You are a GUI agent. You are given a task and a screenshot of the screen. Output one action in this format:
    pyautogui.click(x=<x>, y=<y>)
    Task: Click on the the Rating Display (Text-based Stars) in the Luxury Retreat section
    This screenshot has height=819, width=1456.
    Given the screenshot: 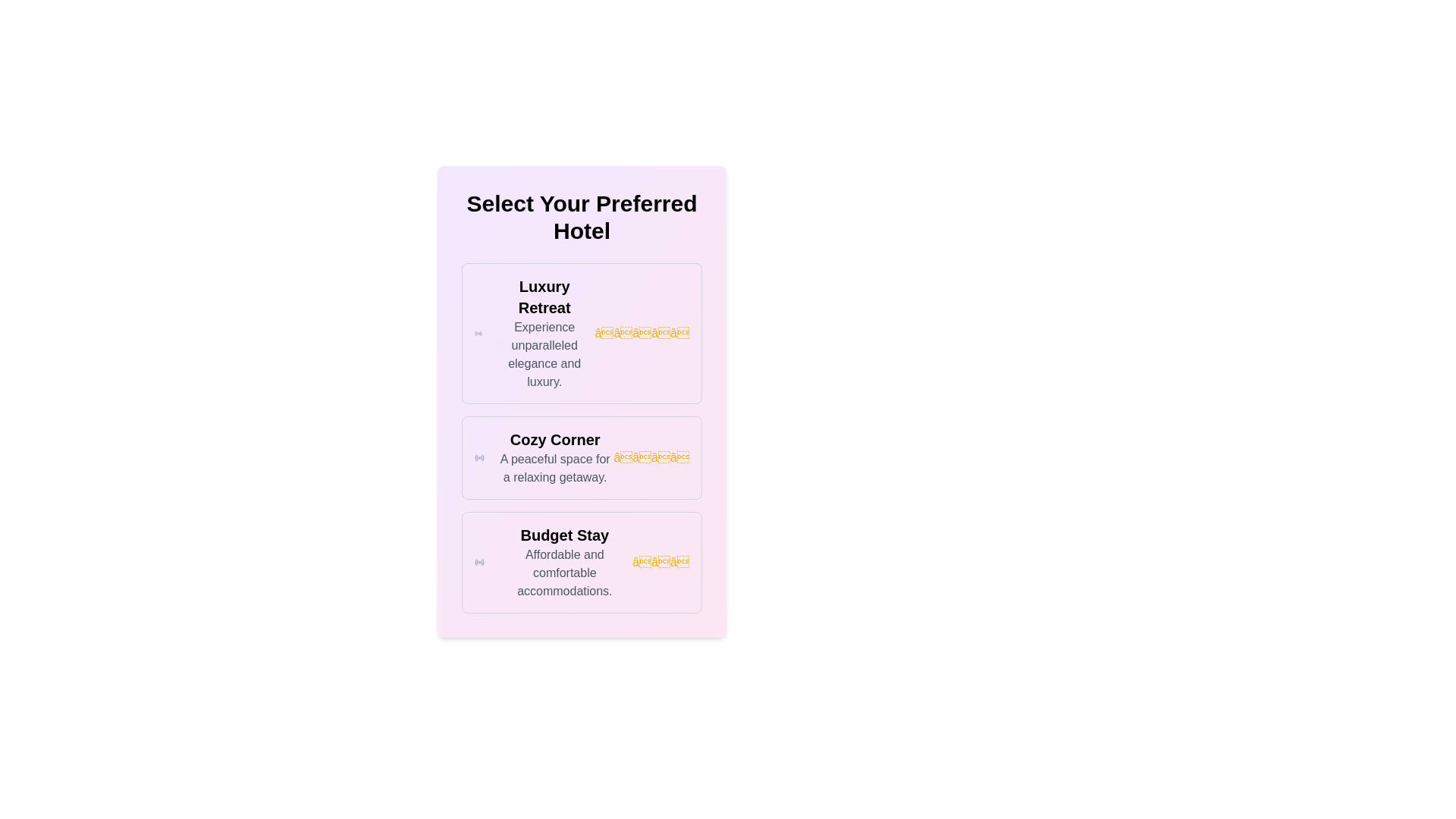 What is the action you would take?
    pyautogui.click(x=642, y=332)
    